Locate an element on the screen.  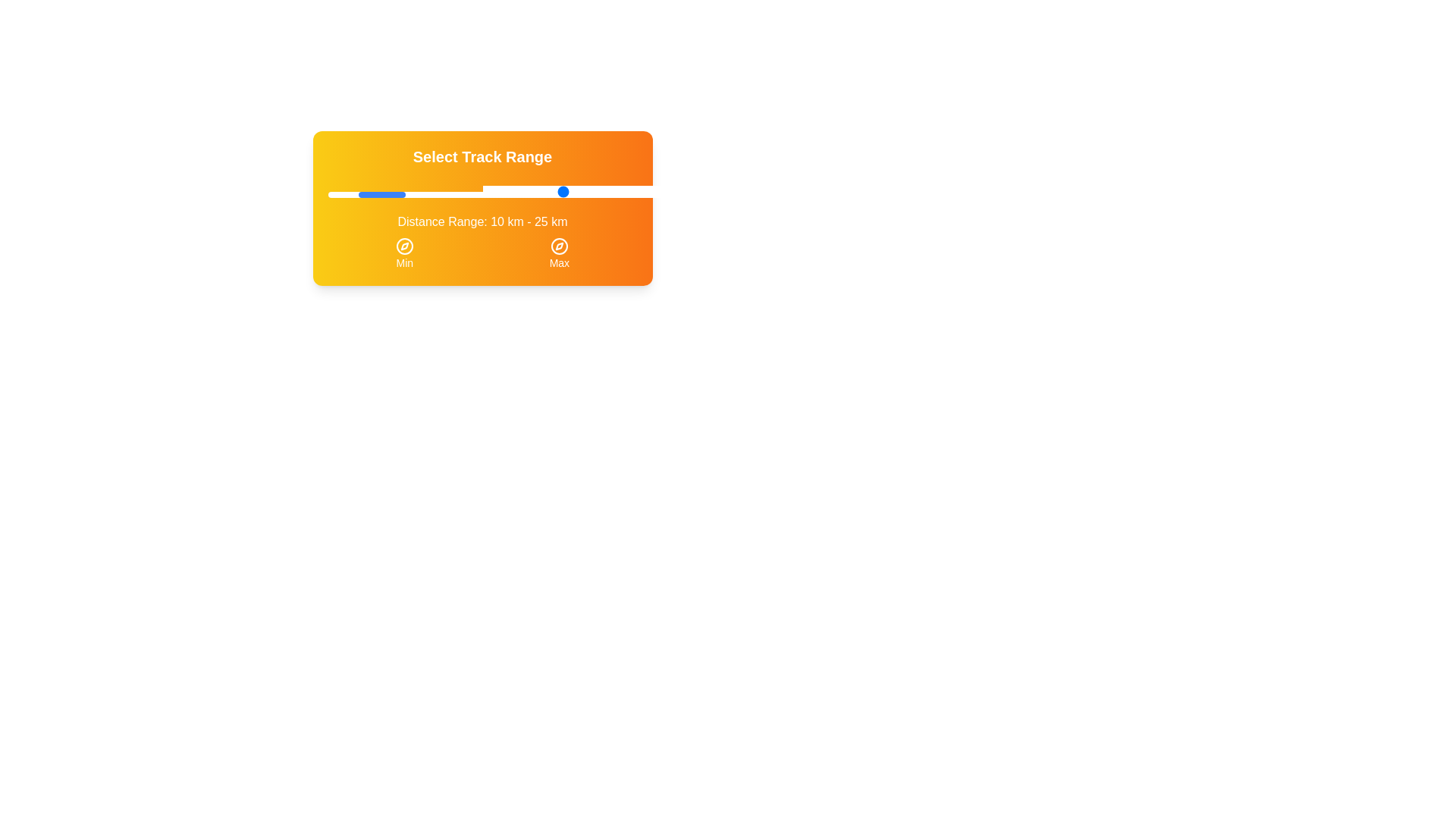
the range slider's value is located at coordinates (529, 194).